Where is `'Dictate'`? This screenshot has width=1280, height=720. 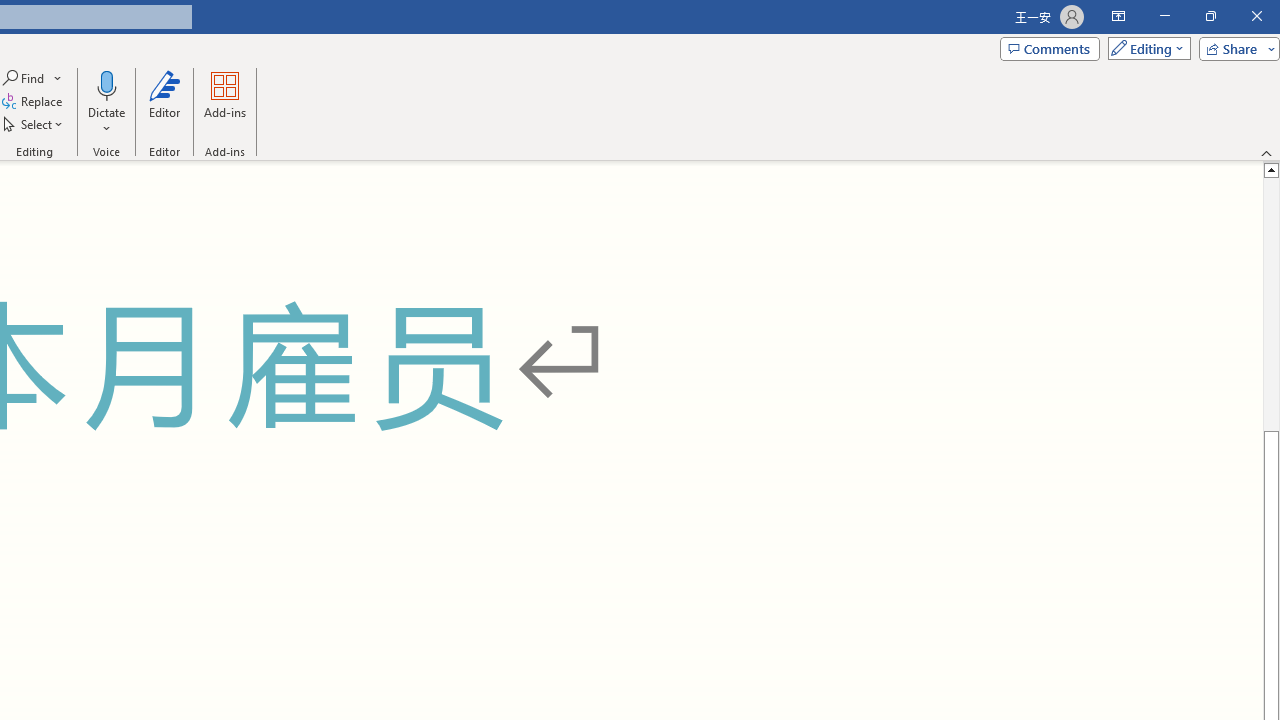 'Dictate' is located at coordinates (105, 84).